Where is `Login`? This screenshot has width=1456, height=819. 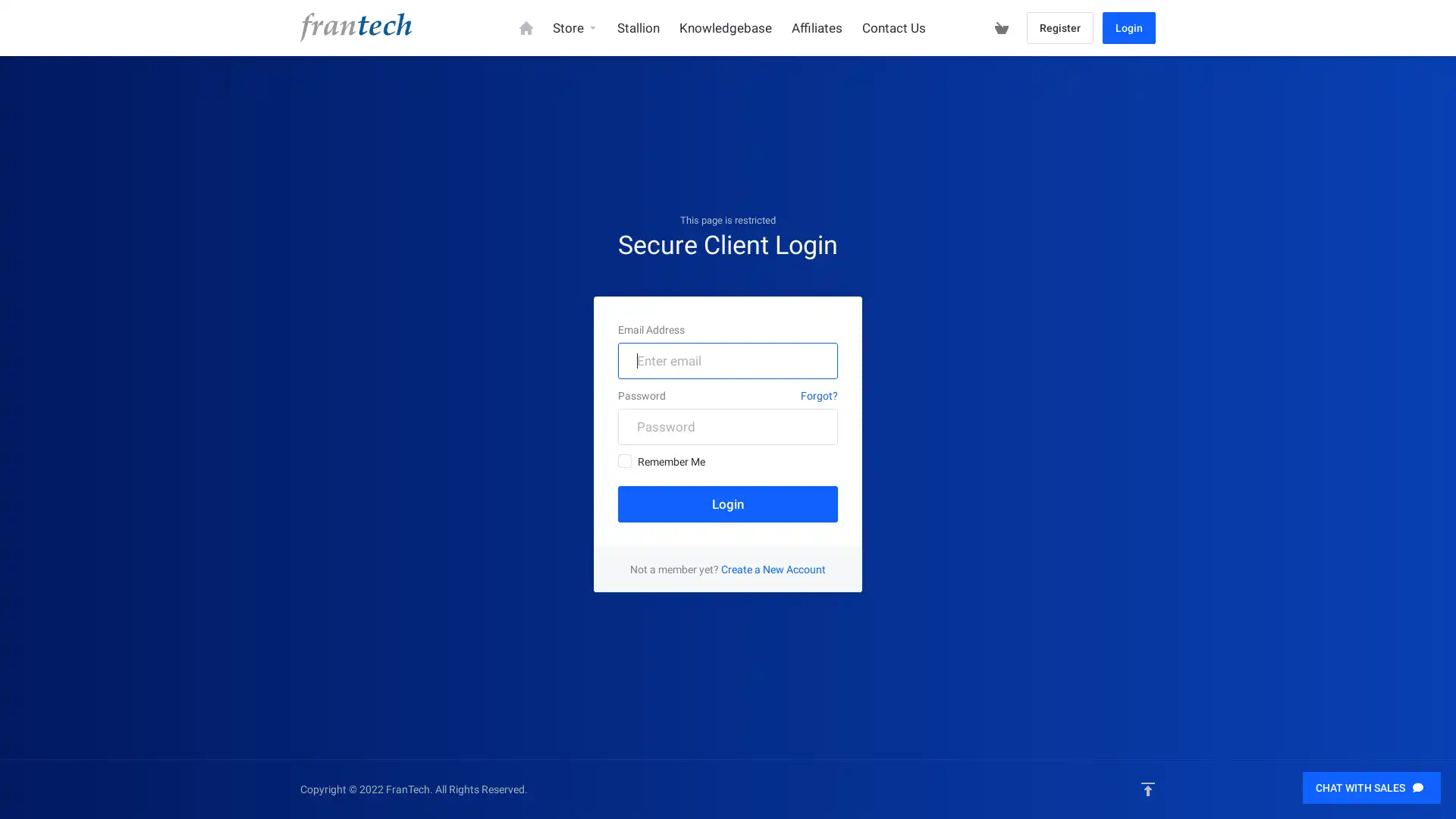 Login is located at coordinates (728, 503).